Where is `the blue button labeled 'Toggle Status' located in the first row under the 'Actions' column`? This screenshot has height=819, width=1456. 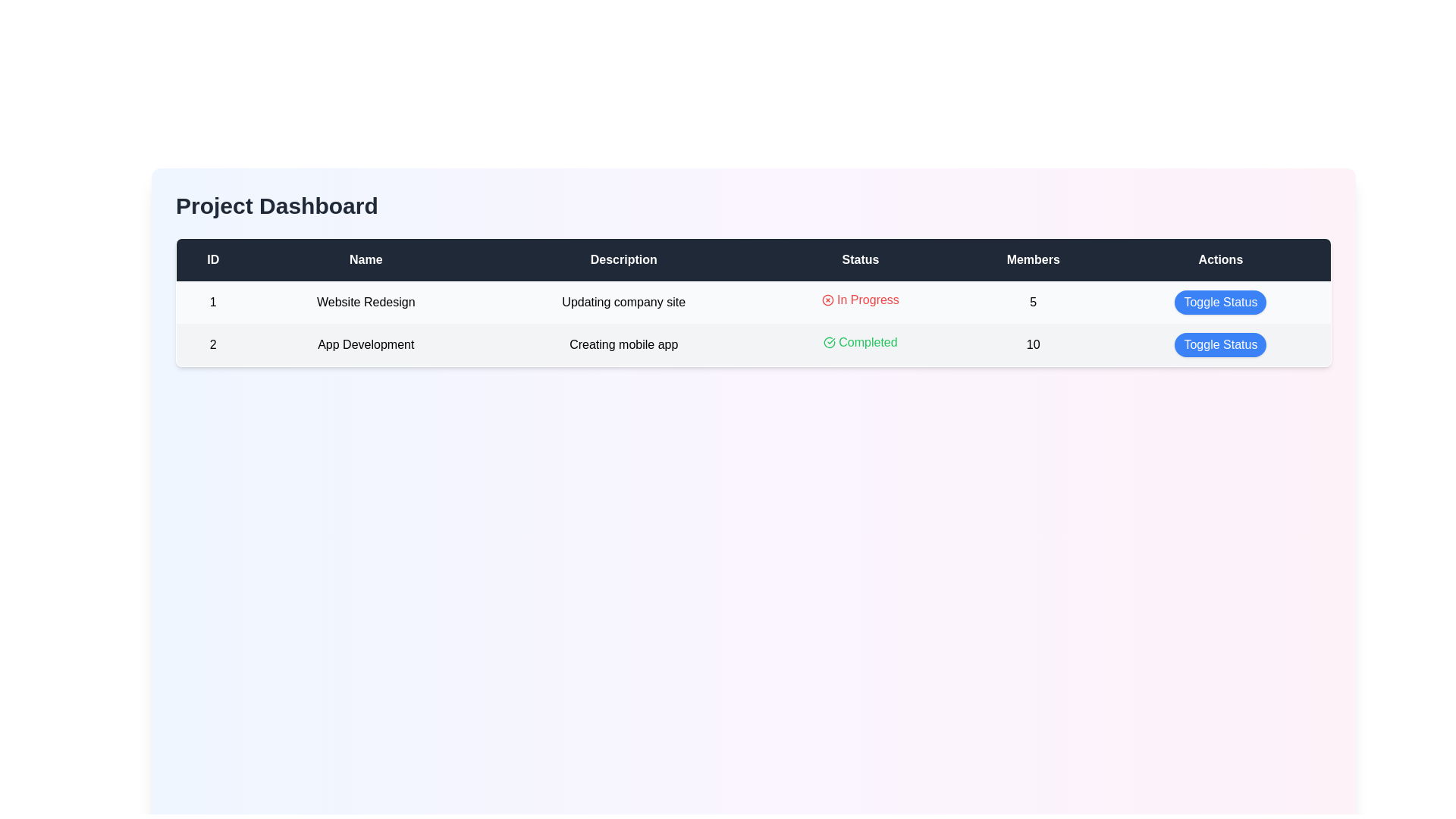 the blue button labeled 'Toggle Status' located in the first row under the 'Actions' column is located at coordinates (1220, 302).